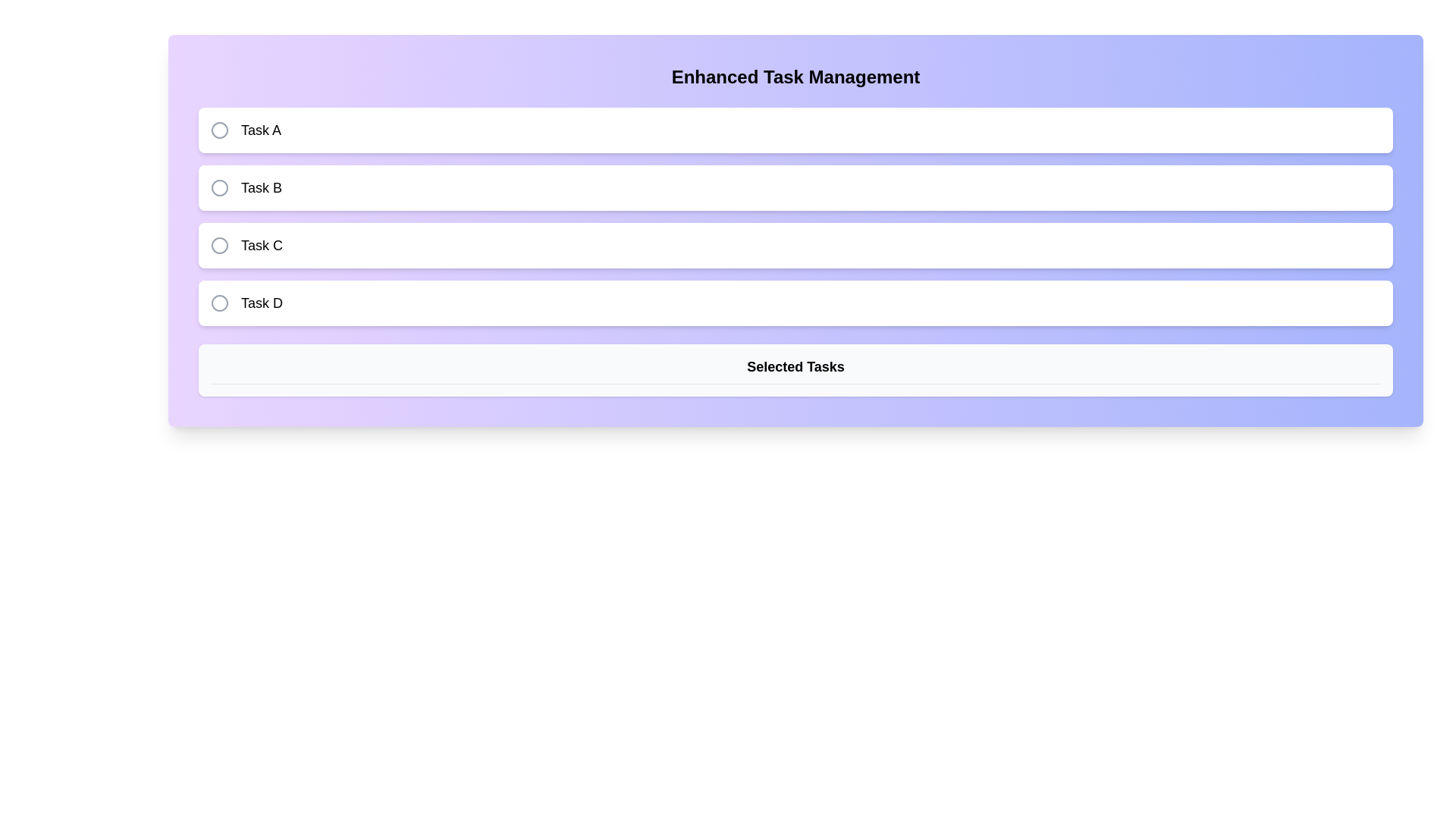 This screenshot has width=1456, height=819. Describe the element at coordinates (795, 370) in the screenshot. I see `the information displayed in the heading label located at the bottom of the 'Enhanced Task Management' section, directly below the task items` at that location.